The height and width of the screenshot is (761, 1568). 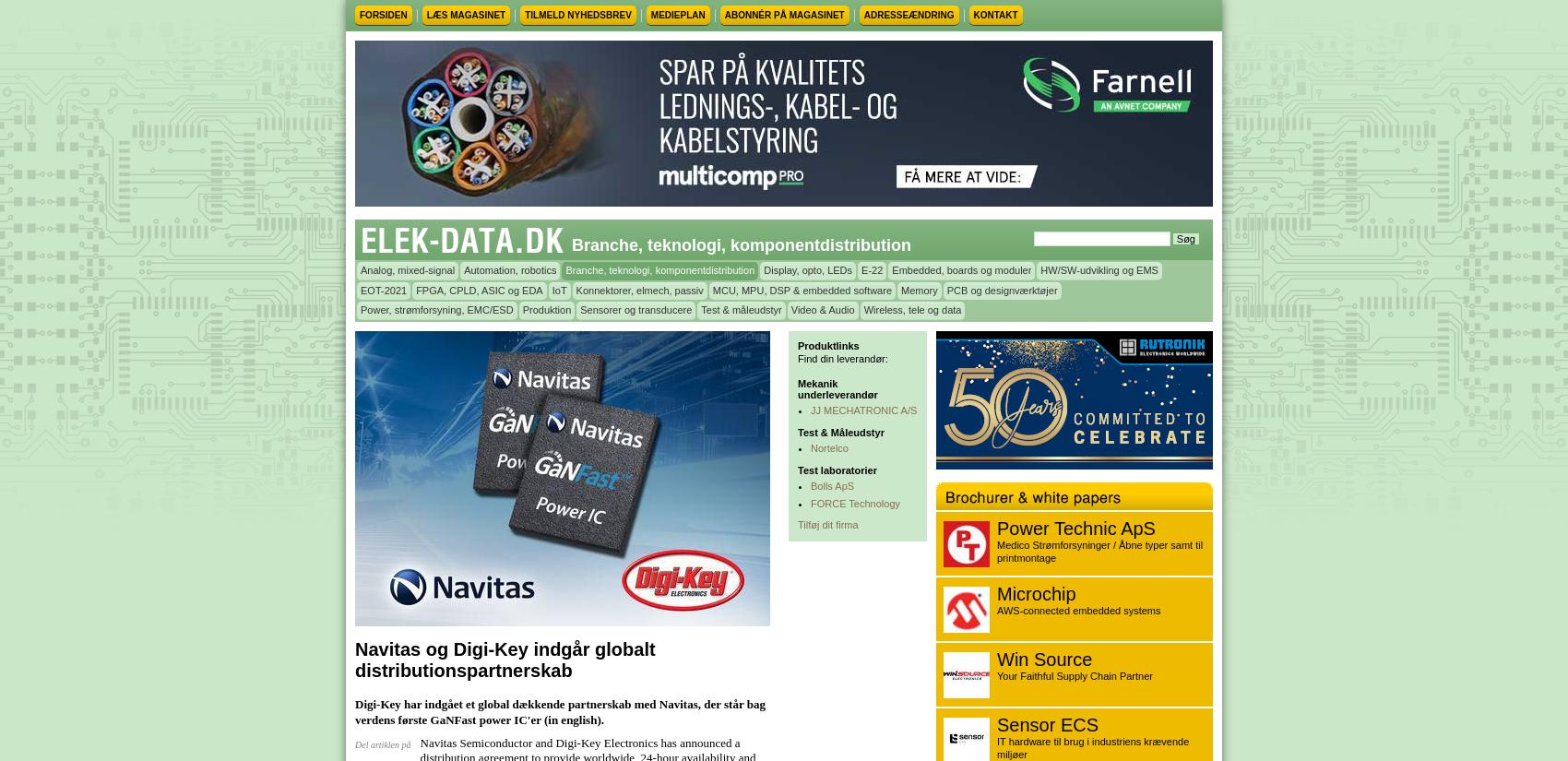 What do you see at coordinates (466, 14) in the screenshot?
I see `'Læs magasinet'` at bounding box center [466, 14].